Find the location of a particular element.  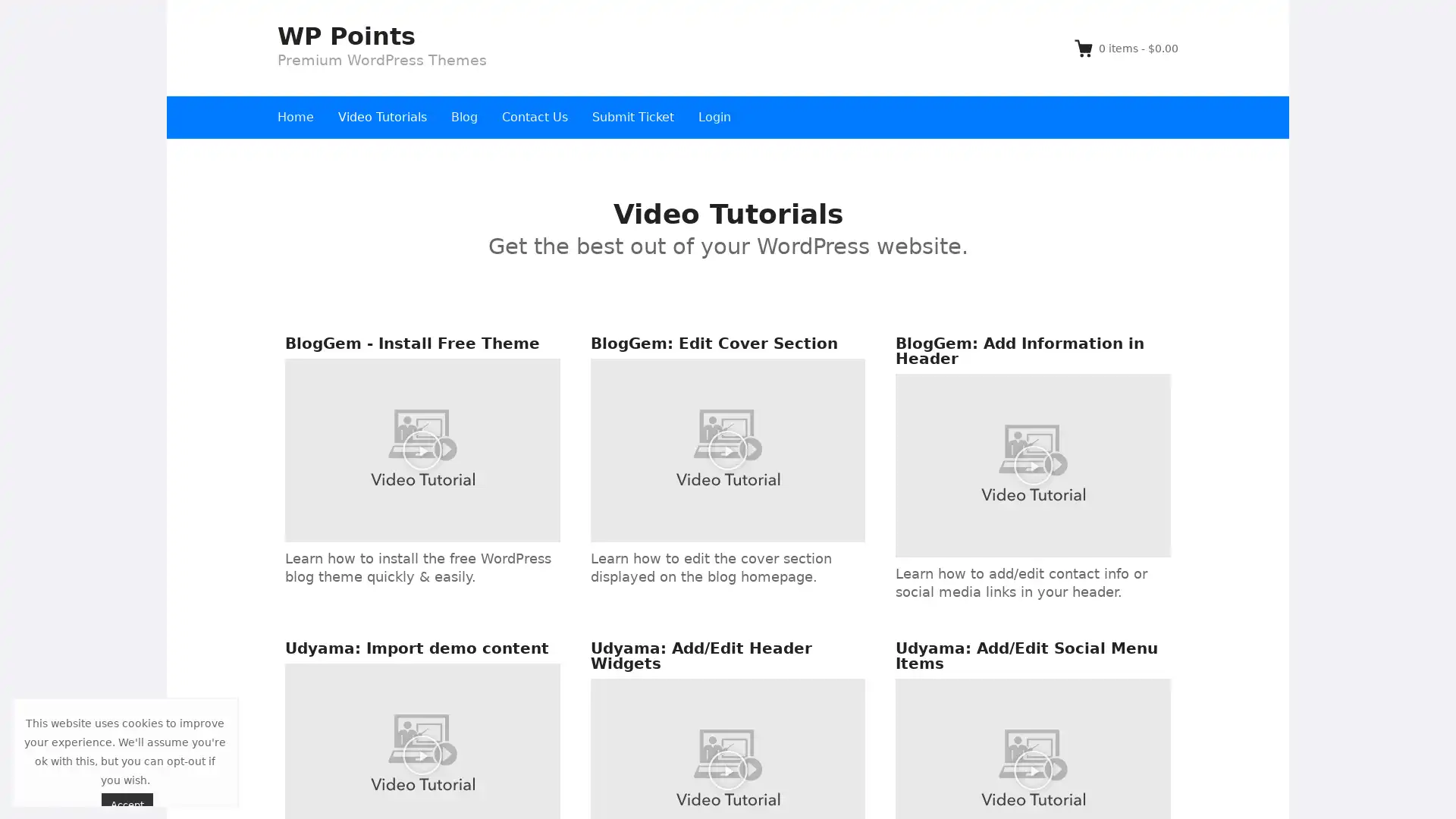

Play Video is located at coordinates (422, 755).